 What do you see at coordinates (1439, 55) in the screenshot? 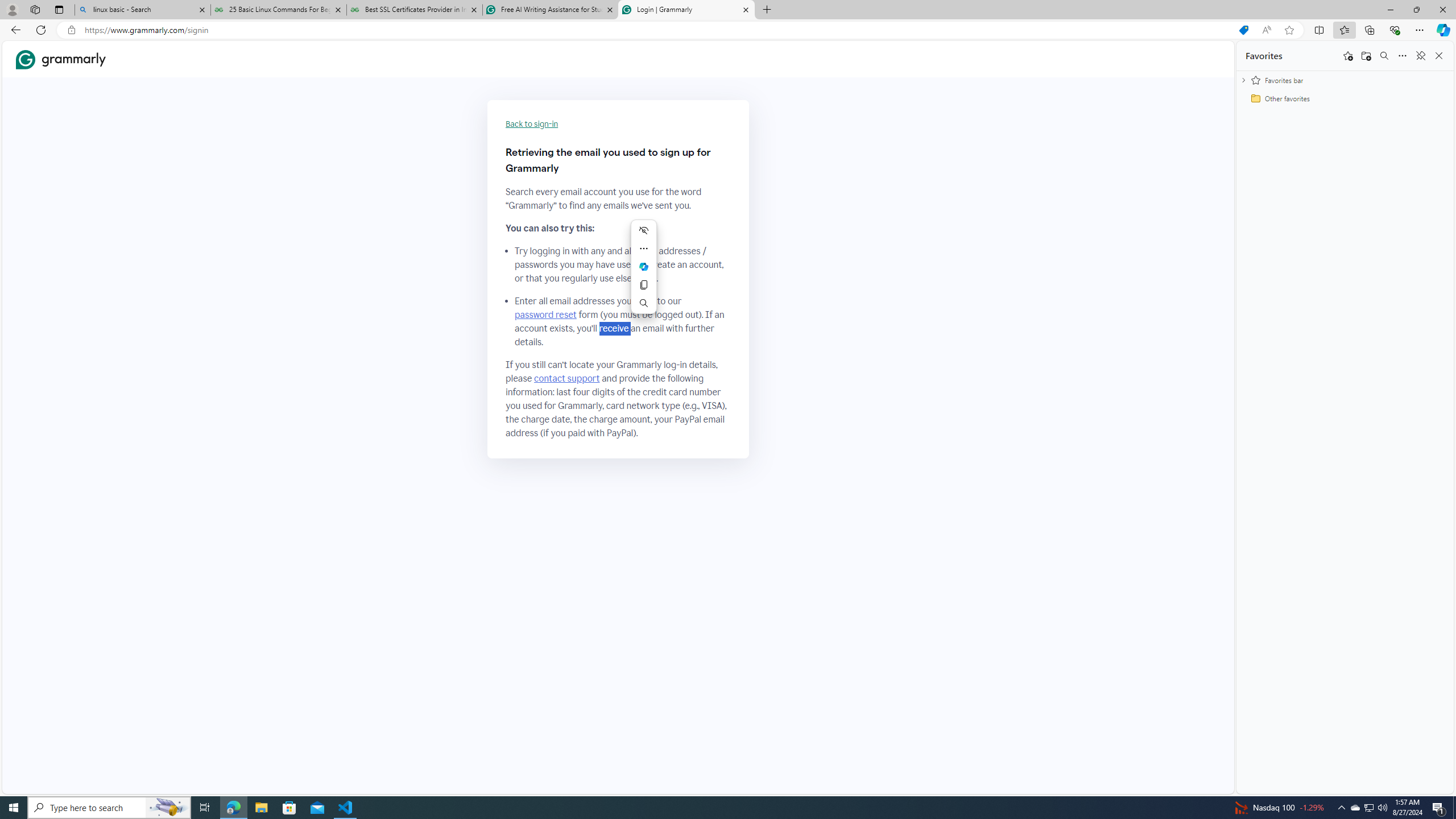
I see `'Close favorites'` at bounding box center [1439, 55].